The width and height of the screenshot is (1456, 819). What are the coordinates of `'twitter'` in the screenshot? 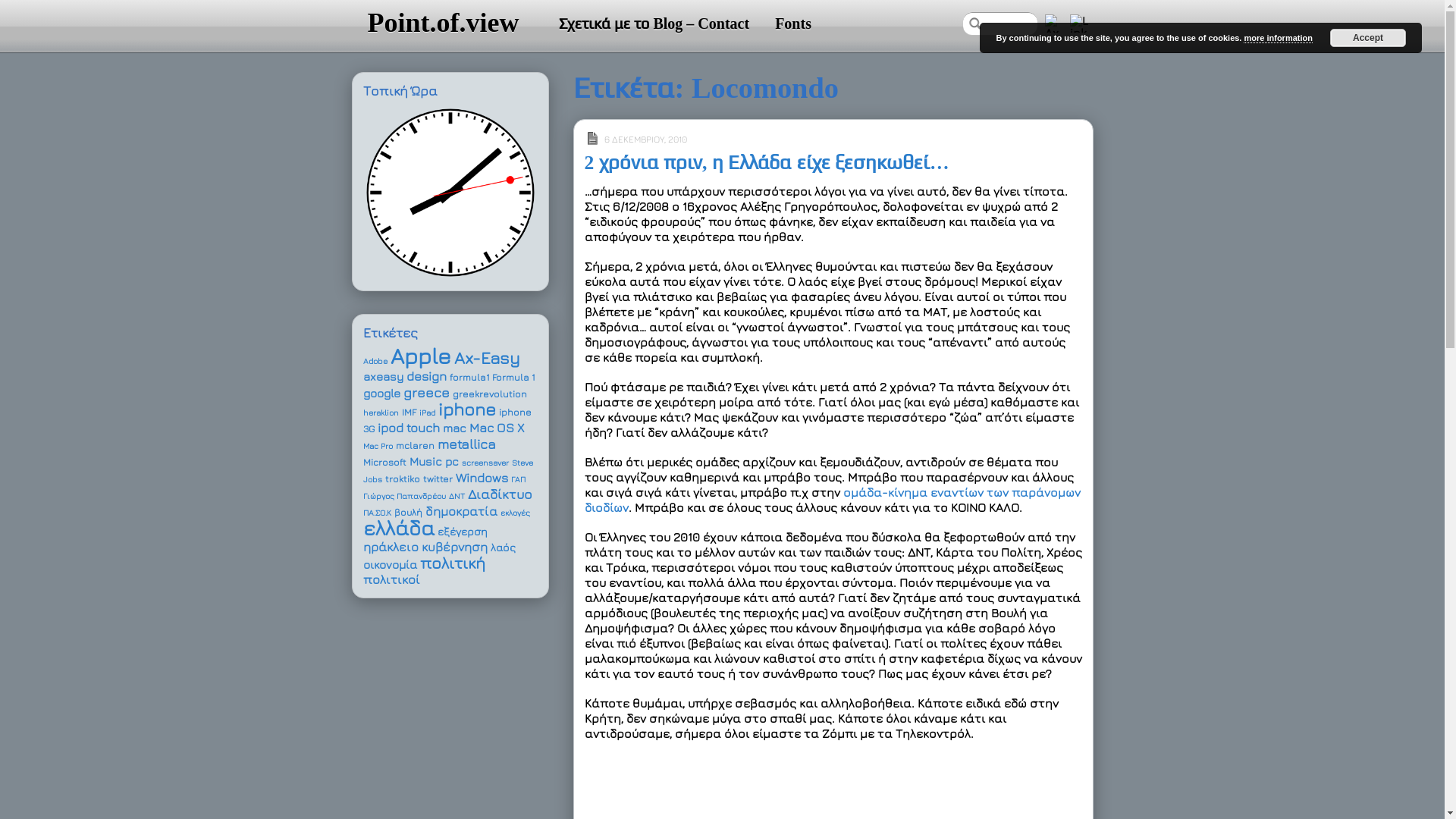 It's located at (437, 479).